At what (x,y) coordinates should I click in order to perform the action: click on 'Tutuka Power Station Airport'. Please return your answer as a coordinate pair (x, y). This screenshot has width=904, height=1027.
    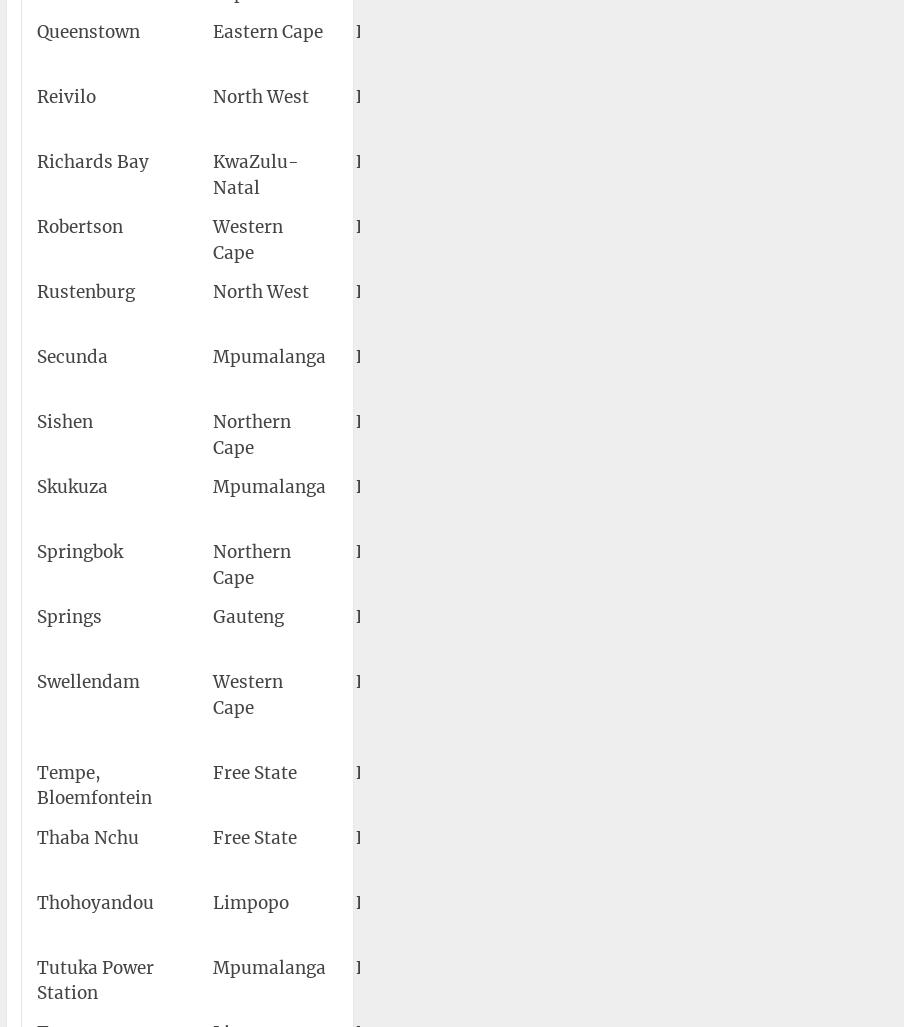
    Looking at the image, I should click on (579, 978).